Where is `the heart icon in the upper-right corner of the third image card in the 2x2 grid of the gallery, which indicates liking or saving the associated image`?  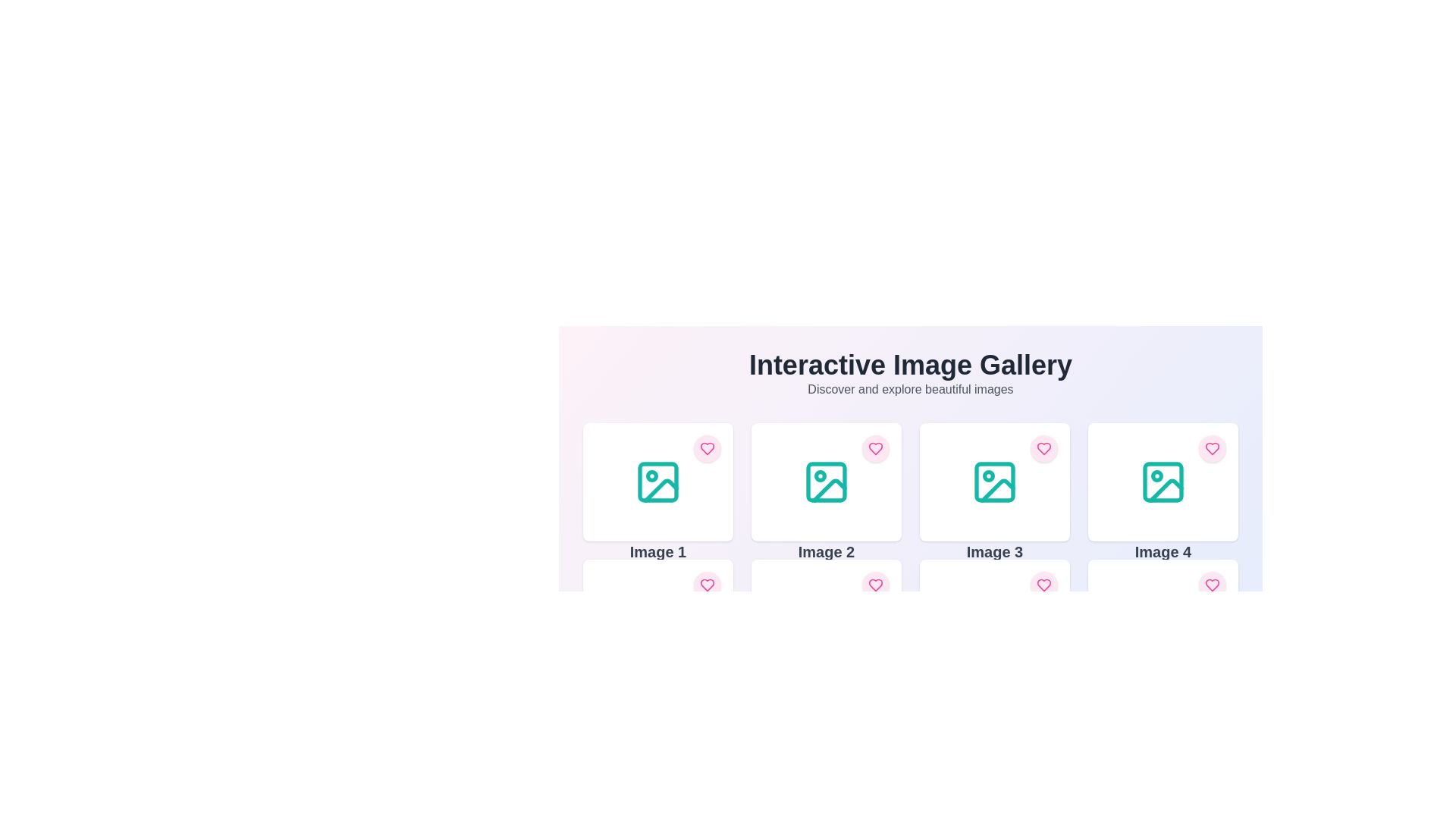
the heart icon in the upper-right corner of the third image card in the 2x2 grid of the gallery, which indicates liking or saving the associated image is located at coordinates (1043, 447).